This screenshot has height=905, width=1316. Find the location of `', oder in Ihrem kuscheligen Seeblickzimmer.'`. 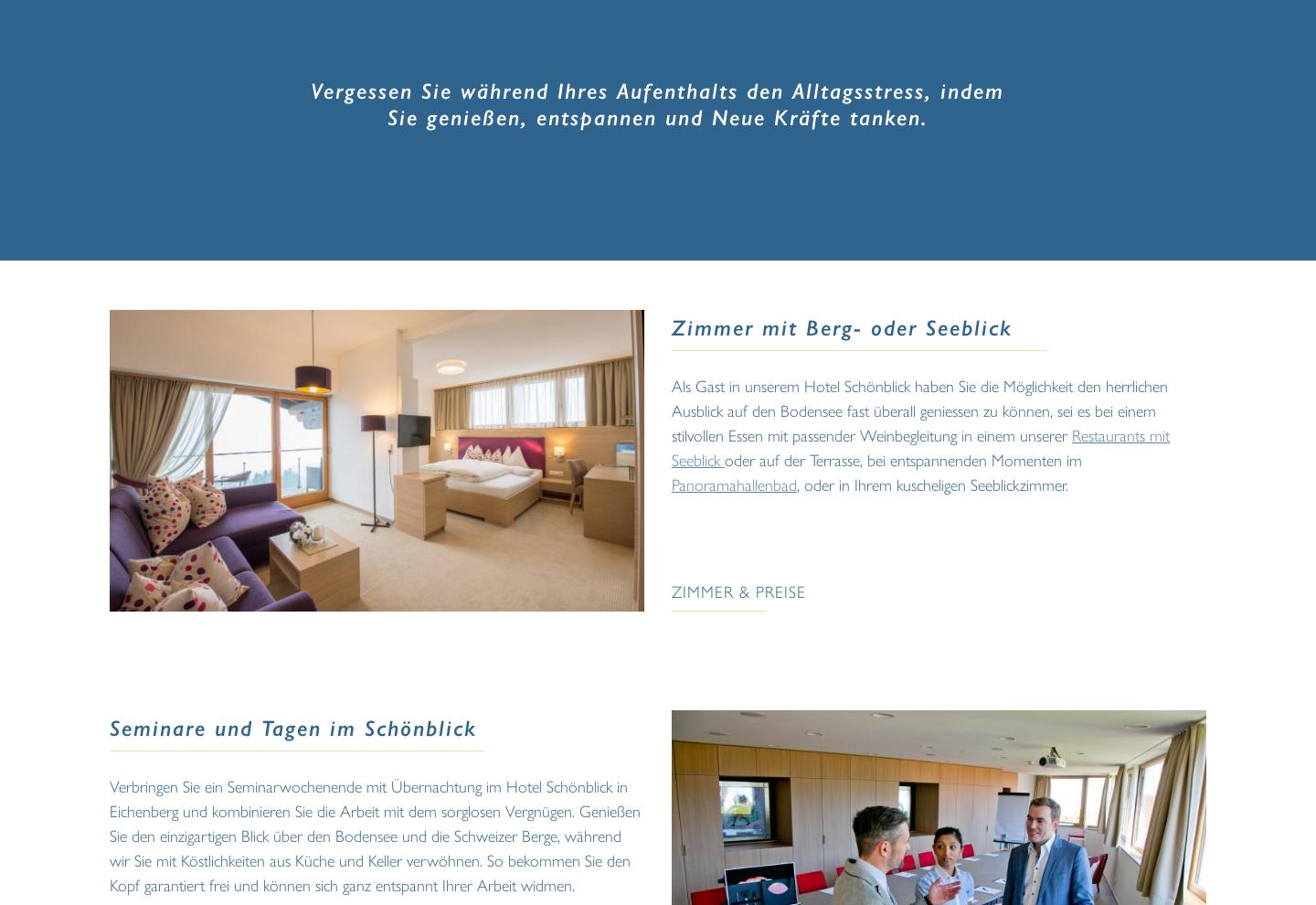

', oder in Ihrem kuscheligen Seeblickzimmer.' is located at coordinates (931, 483).